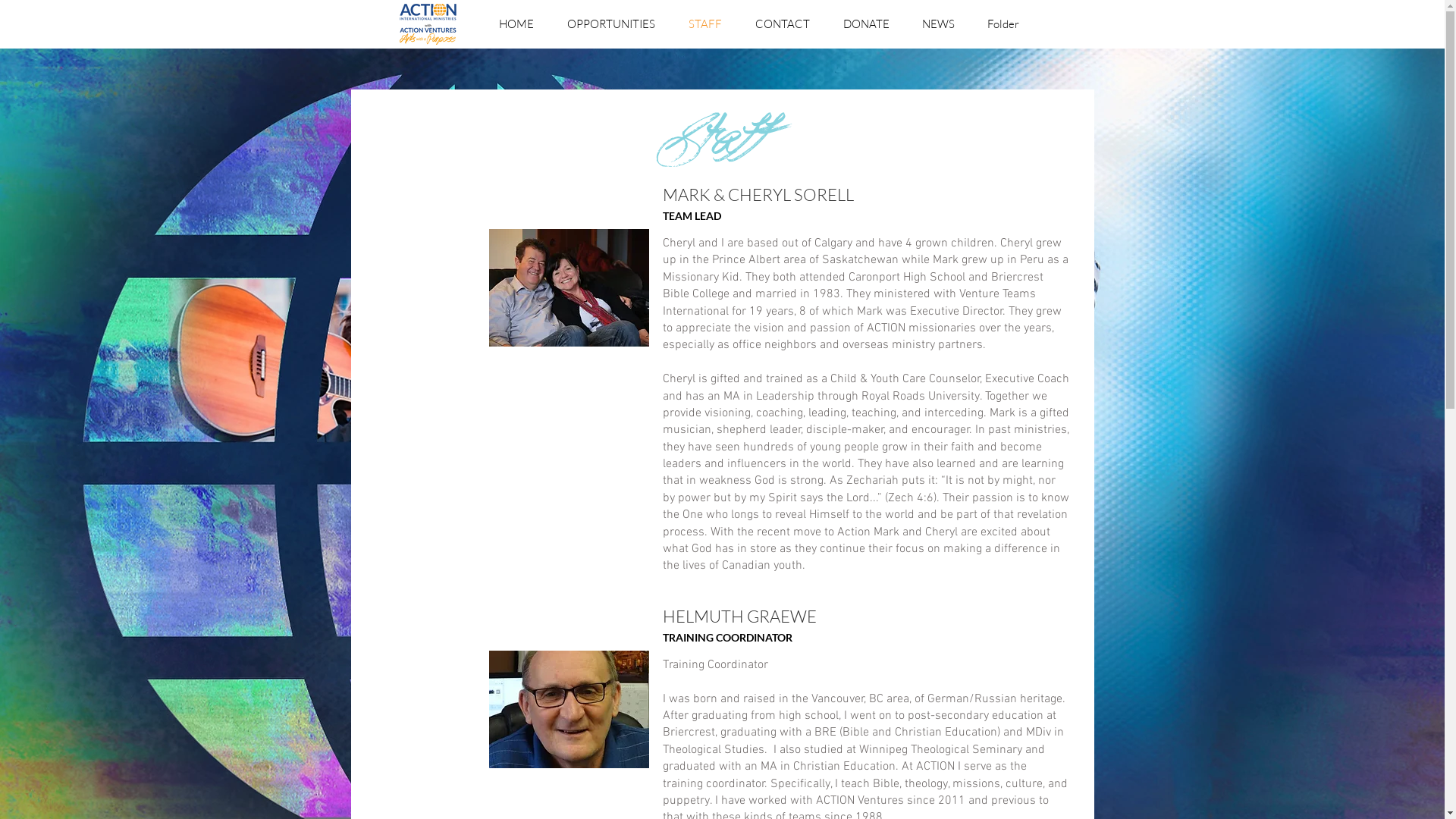 This screenshot has height=819, width=1456. I want to click on 'DONATE', so click(866, 24).